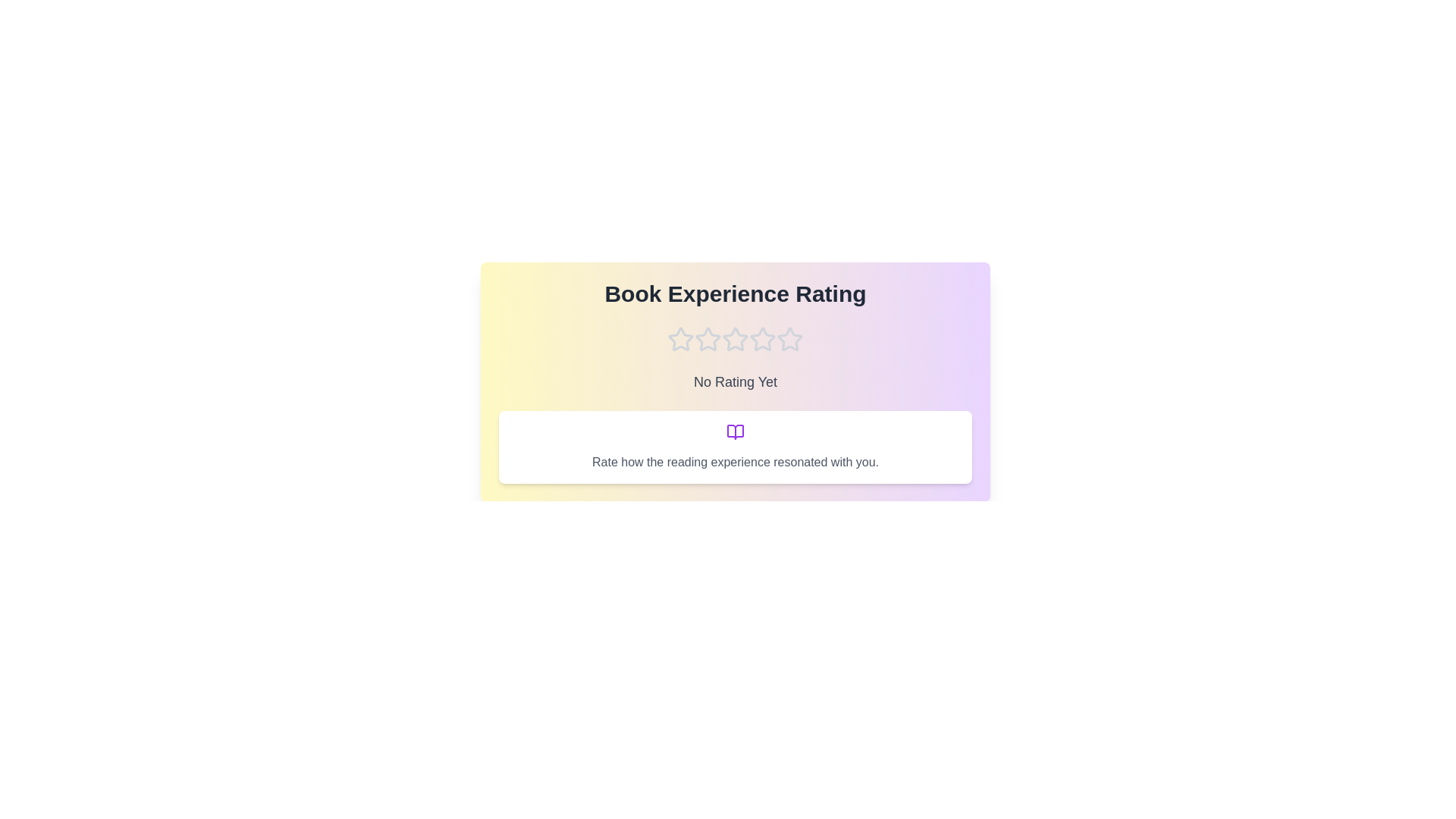  Describe the element at coordinates (708, 338) in the screenshot. I see `the star corresponding to 2 stars to preview the rating description` at that location.